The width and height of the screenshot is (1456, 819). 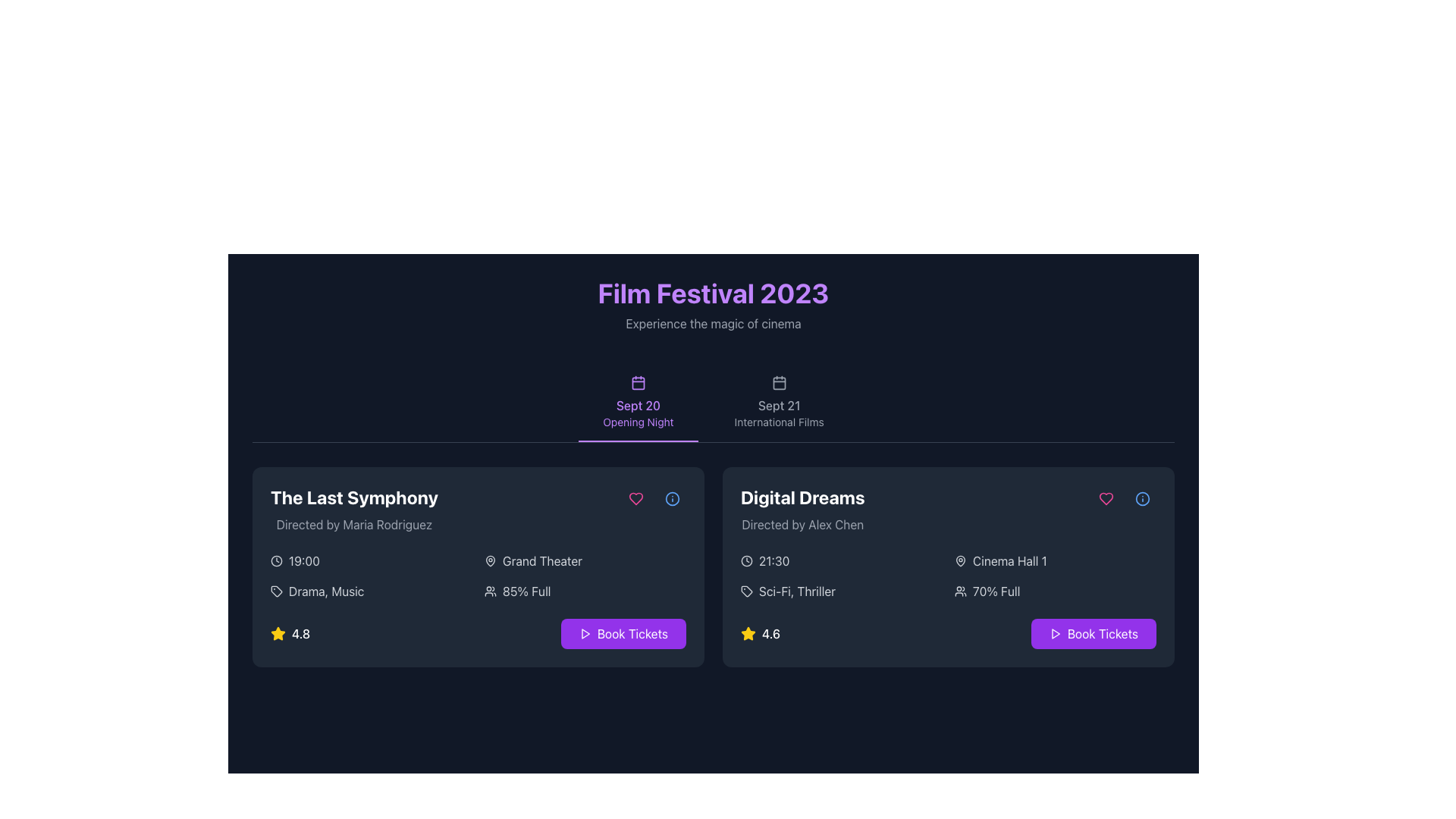 I want to click on the text label displaying 'Directed by Maria Rodriguez' which is positioned directly beneath the title 'The Last Symphony' in the left content panel, so click(x=353, y=523).